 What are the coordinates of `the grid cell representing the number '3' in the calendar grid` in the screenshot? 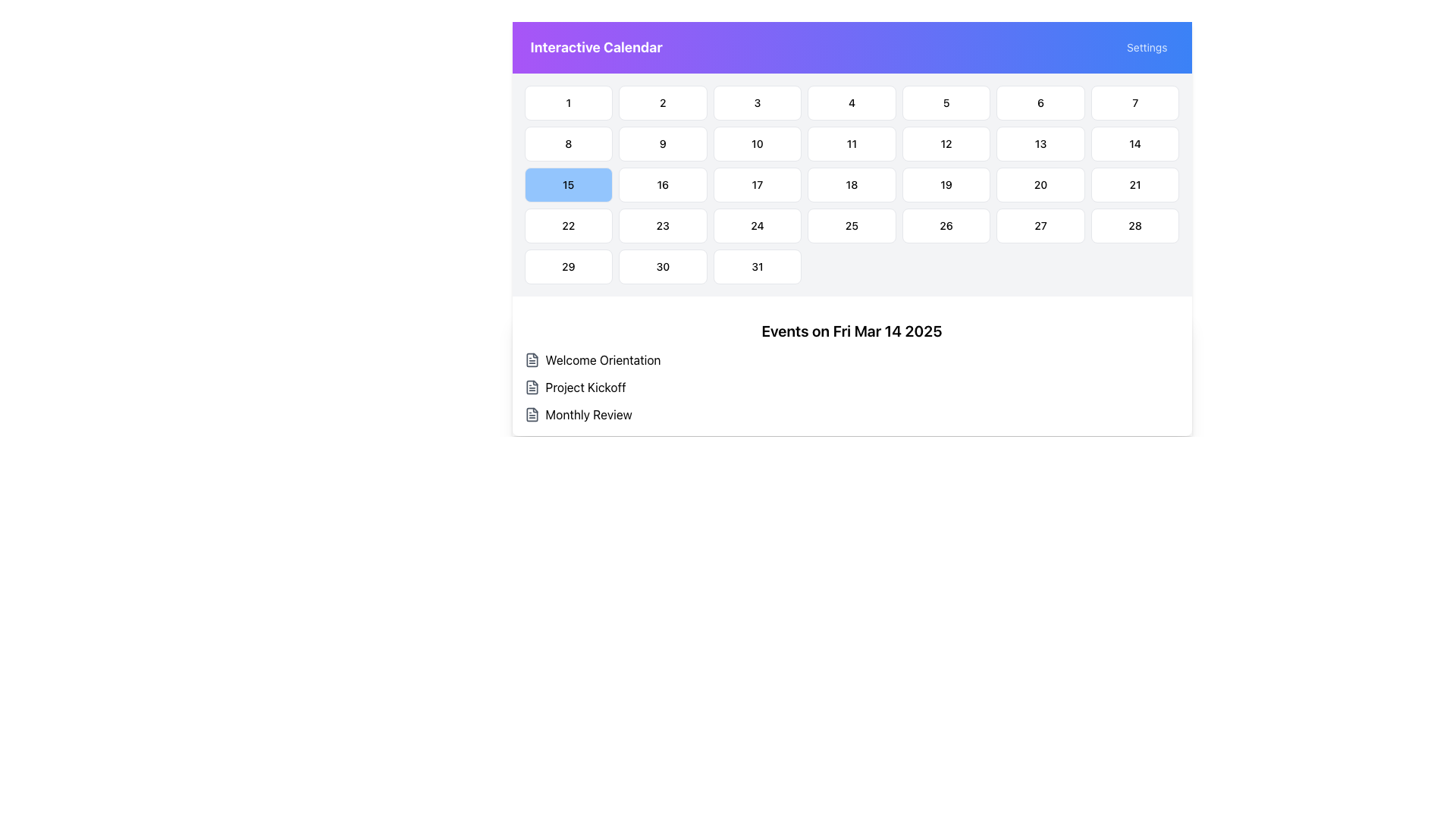 It's located at (757, 102).